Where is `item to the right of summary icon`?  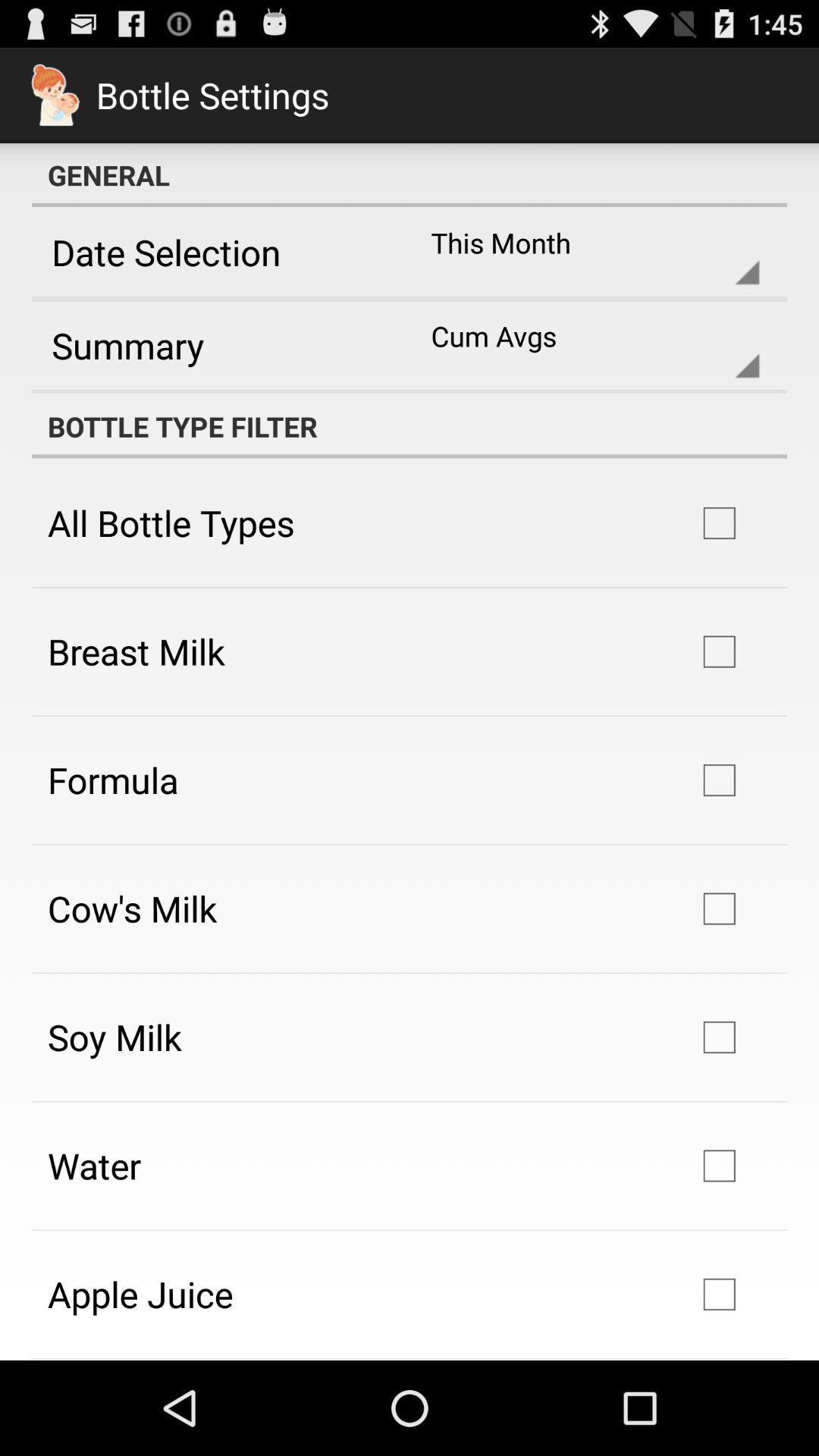 item to the right of summary icon is located at coordinates (582, 344).